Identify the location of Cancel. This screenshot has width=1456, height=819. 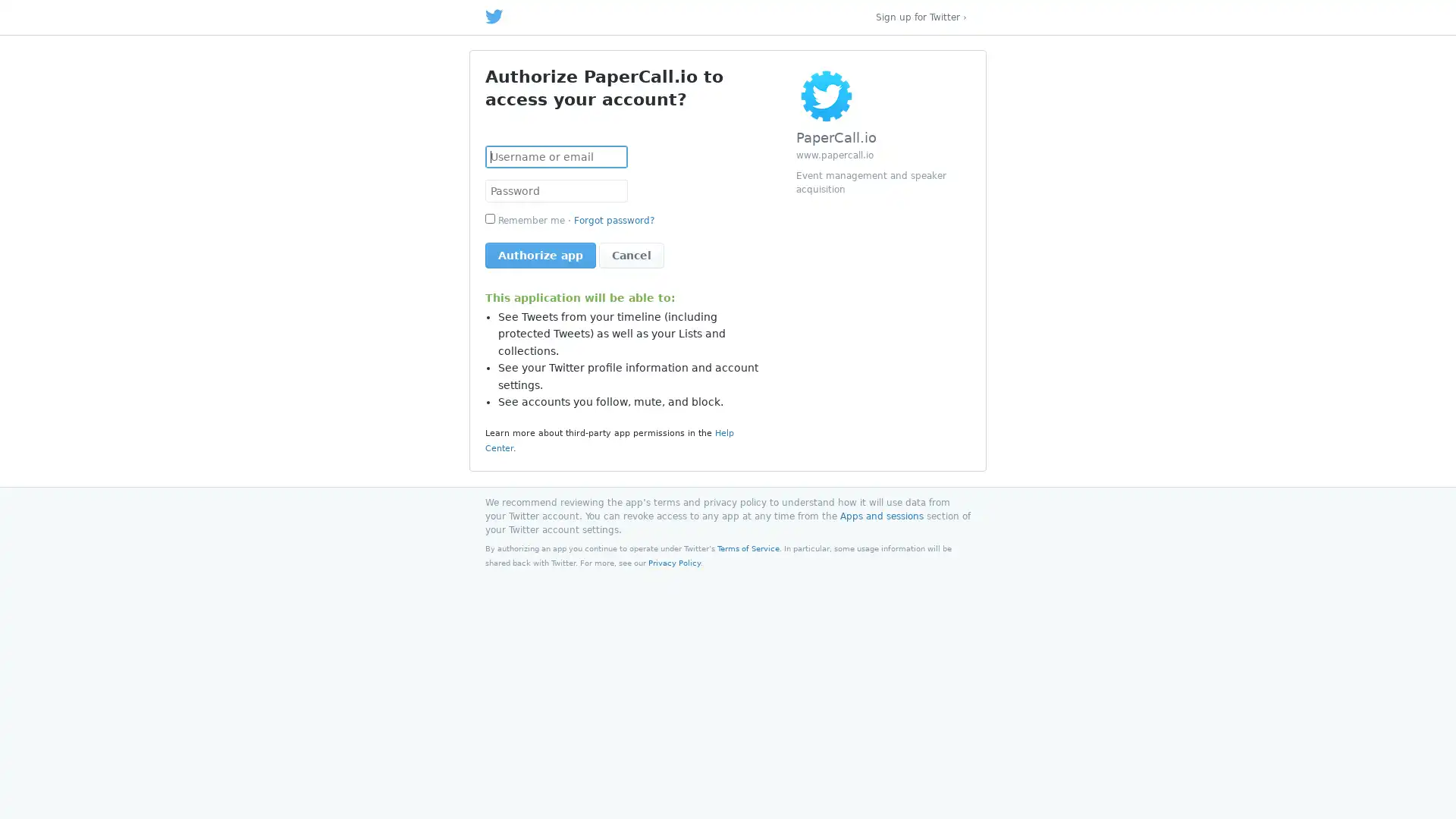
(632, 254).